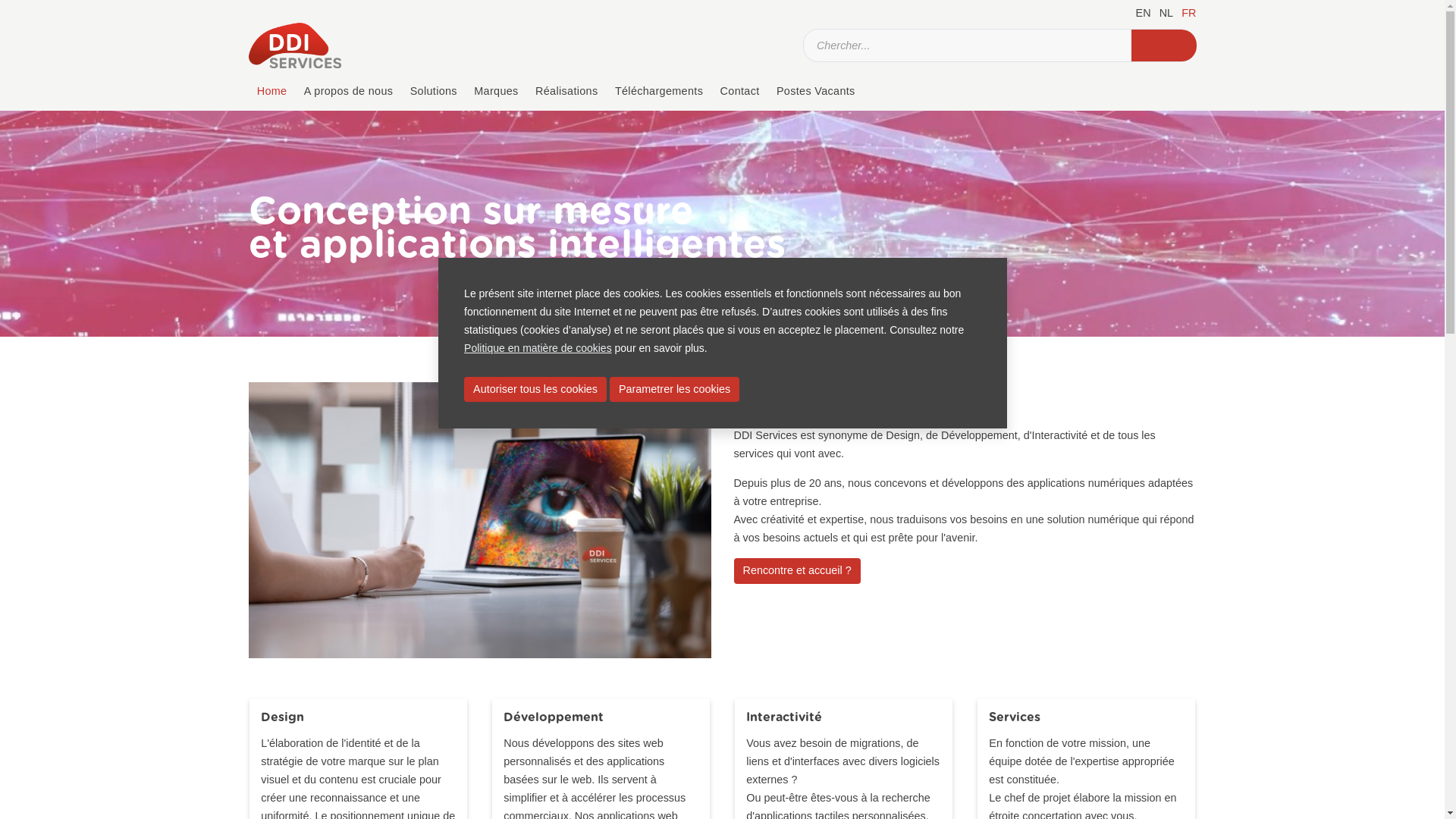  What do you see at coordinates (535, 388) in the screenshot?
I see `'Autoriser tous les cookies'` at bounding box center [535, 388].